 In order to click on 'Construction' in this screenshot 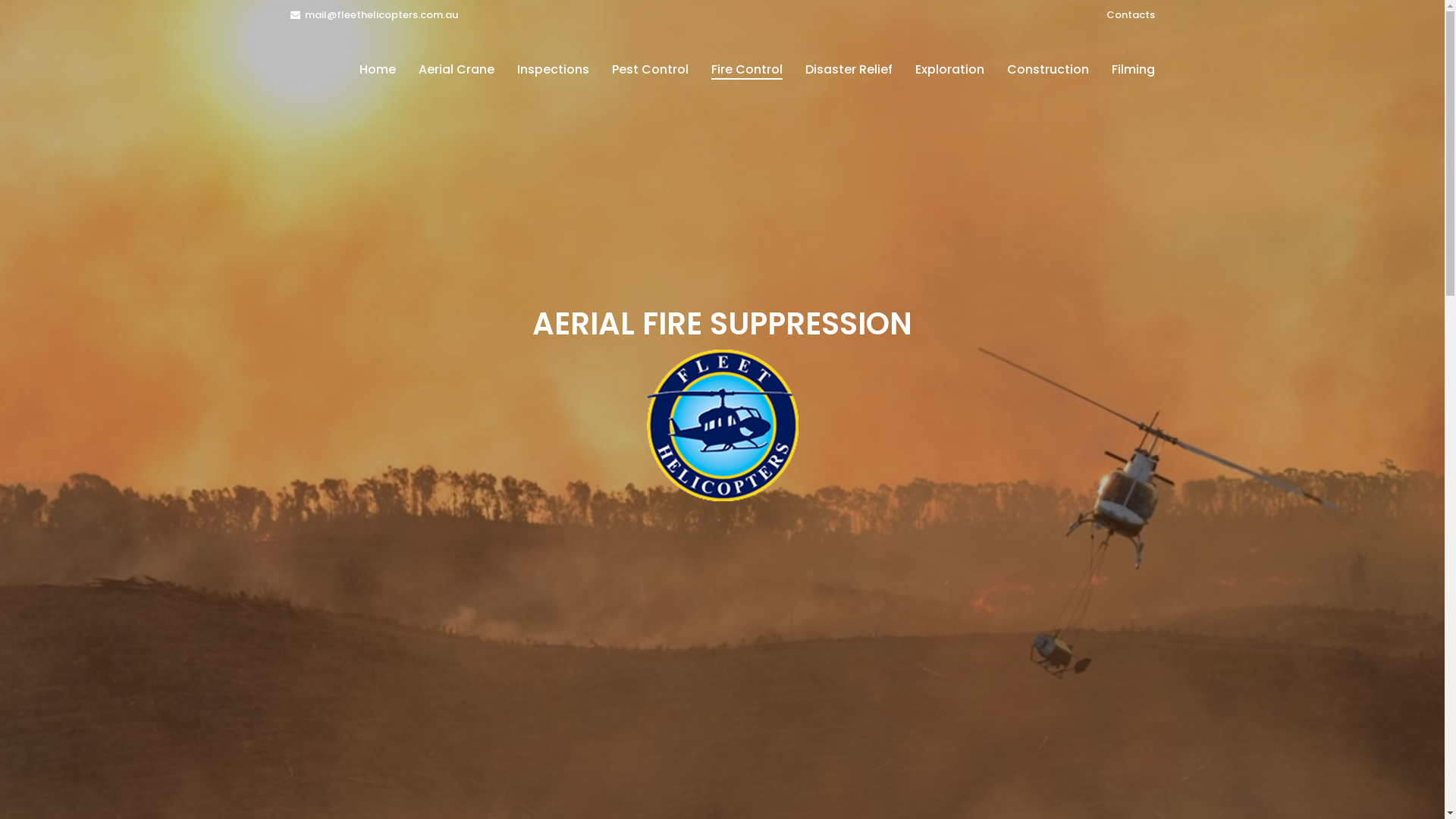, I will do `click(1046, 70)`.